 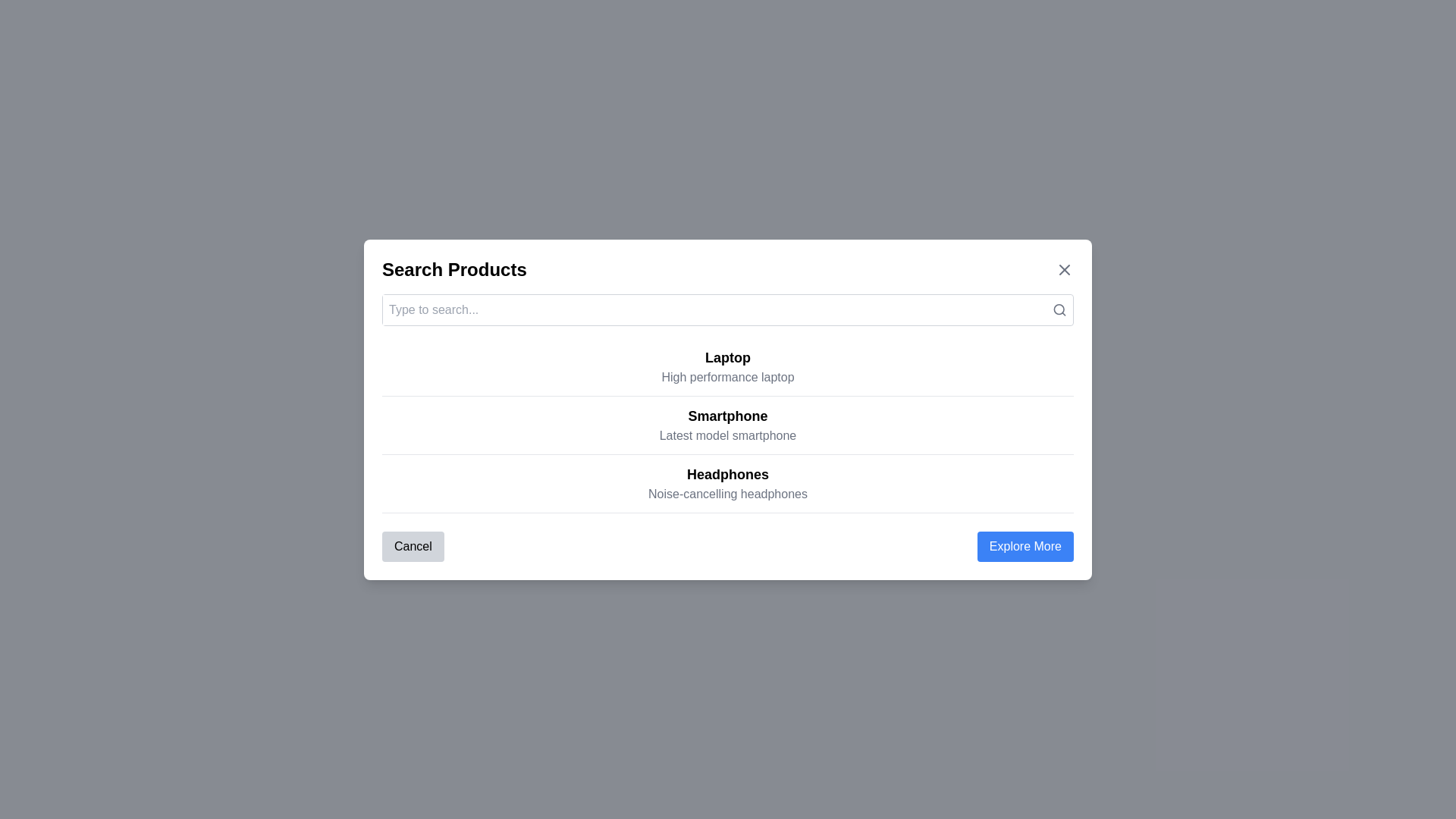 What do you see at coordinates (1063, 268) in the screenshot?
I see `the Close button icon, which is shaped like an 'X' with a thick stroke located in the top-right corner of the modal dialog` at bounding box center [1063, 268].